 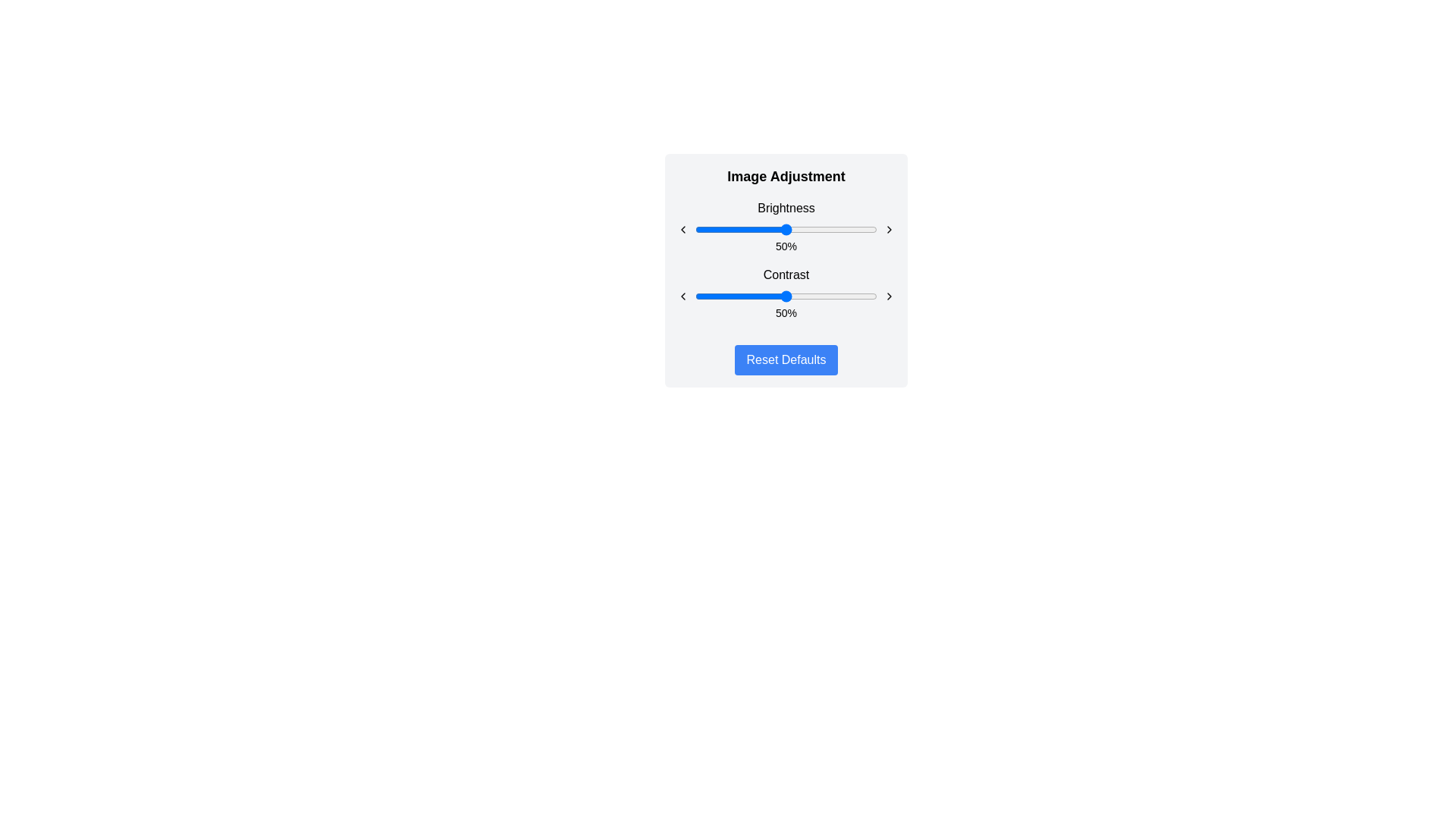 What do you see at coordinates (780, 230) in the screenshot?
I see `brightness` at bounding box center [780, 230].